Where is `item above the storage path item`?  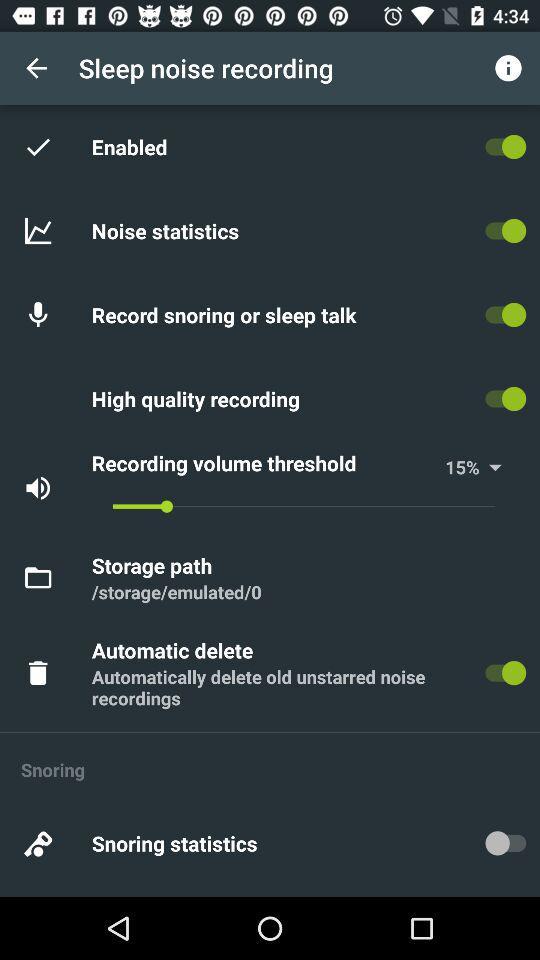 item above the storage path item is located at coordinates (303, 505).